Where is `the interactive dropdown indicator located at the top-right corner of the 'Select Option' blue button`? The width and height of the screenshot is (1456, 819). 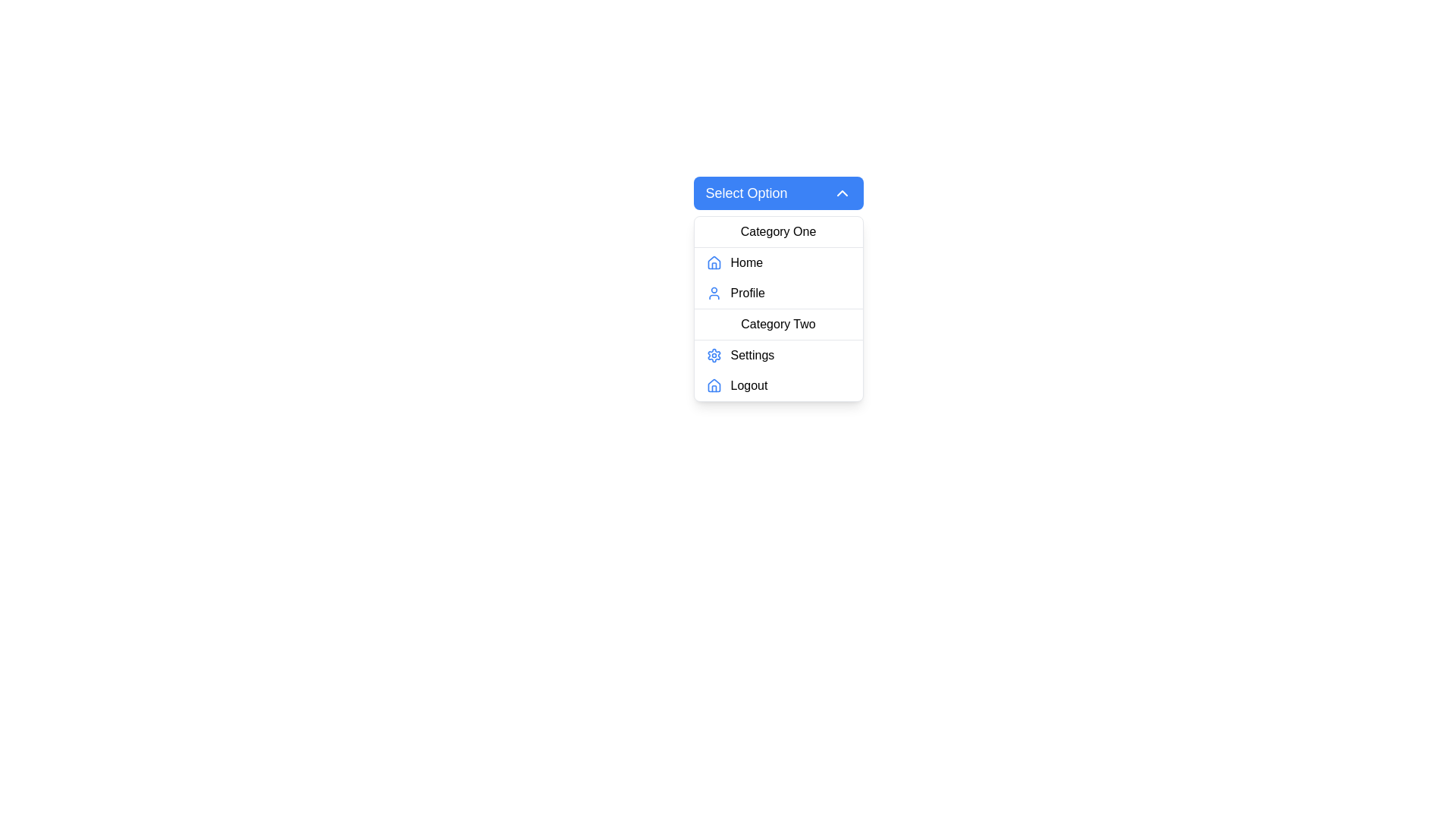
the interactive dropdown indicator located at the top-right corner of the 'Select Option' blue button is located at coordinates (841, 192).